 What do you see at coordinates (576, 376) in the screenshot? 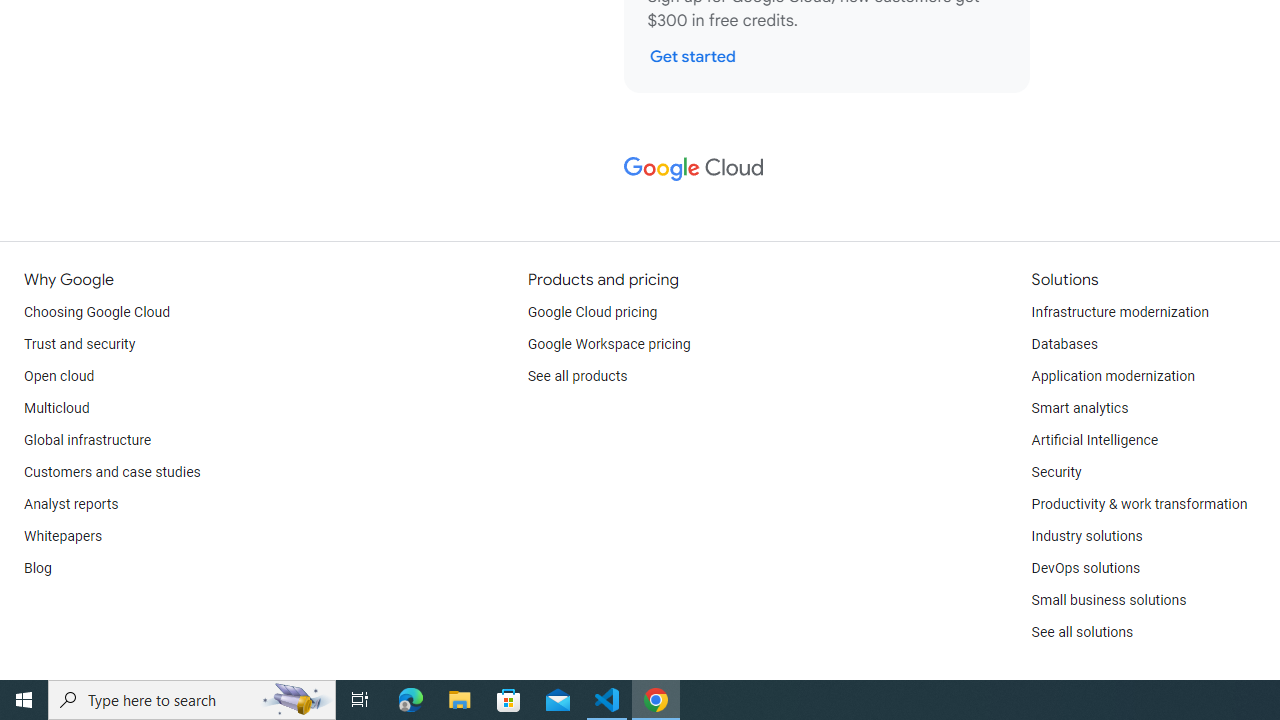
I see `'See all products'` at bounding box center [576, 376].